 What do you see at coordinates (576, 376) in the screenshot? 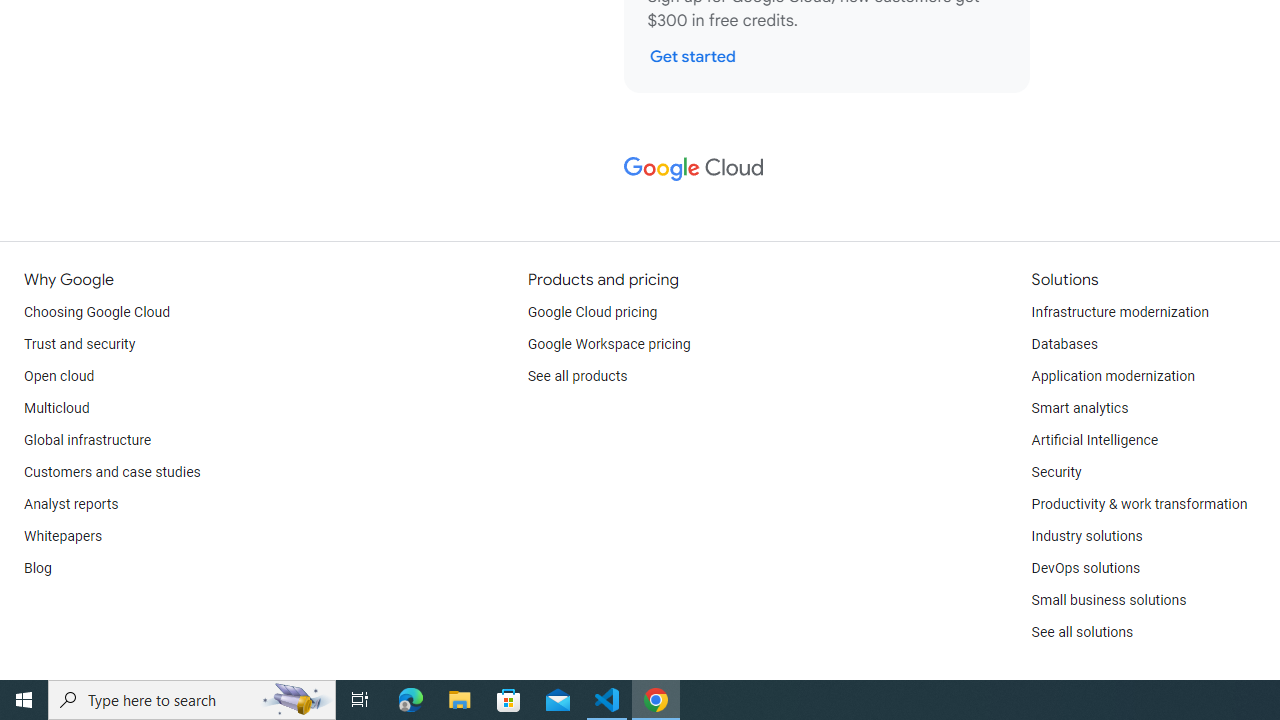
I see `'See all products'` at bounding box center [576, 376].